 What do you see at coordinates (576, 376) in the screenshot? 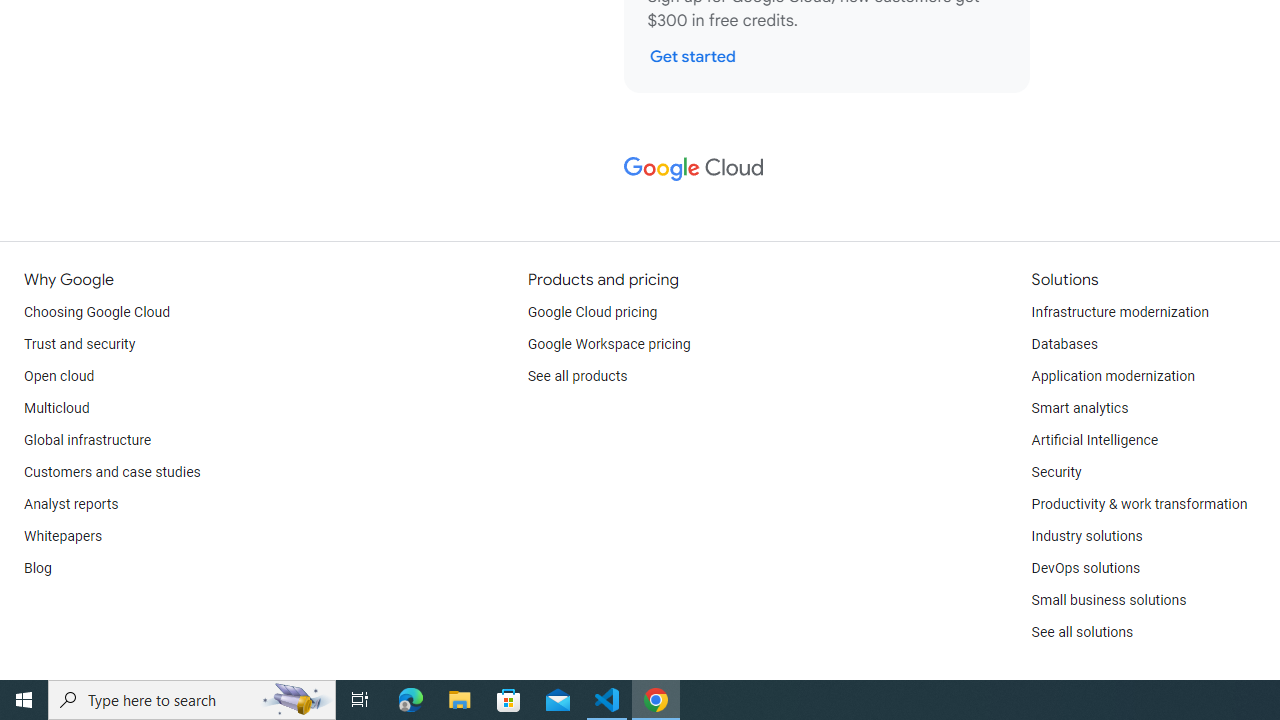
I see `'See all products'` at bounding box center [576, 376].